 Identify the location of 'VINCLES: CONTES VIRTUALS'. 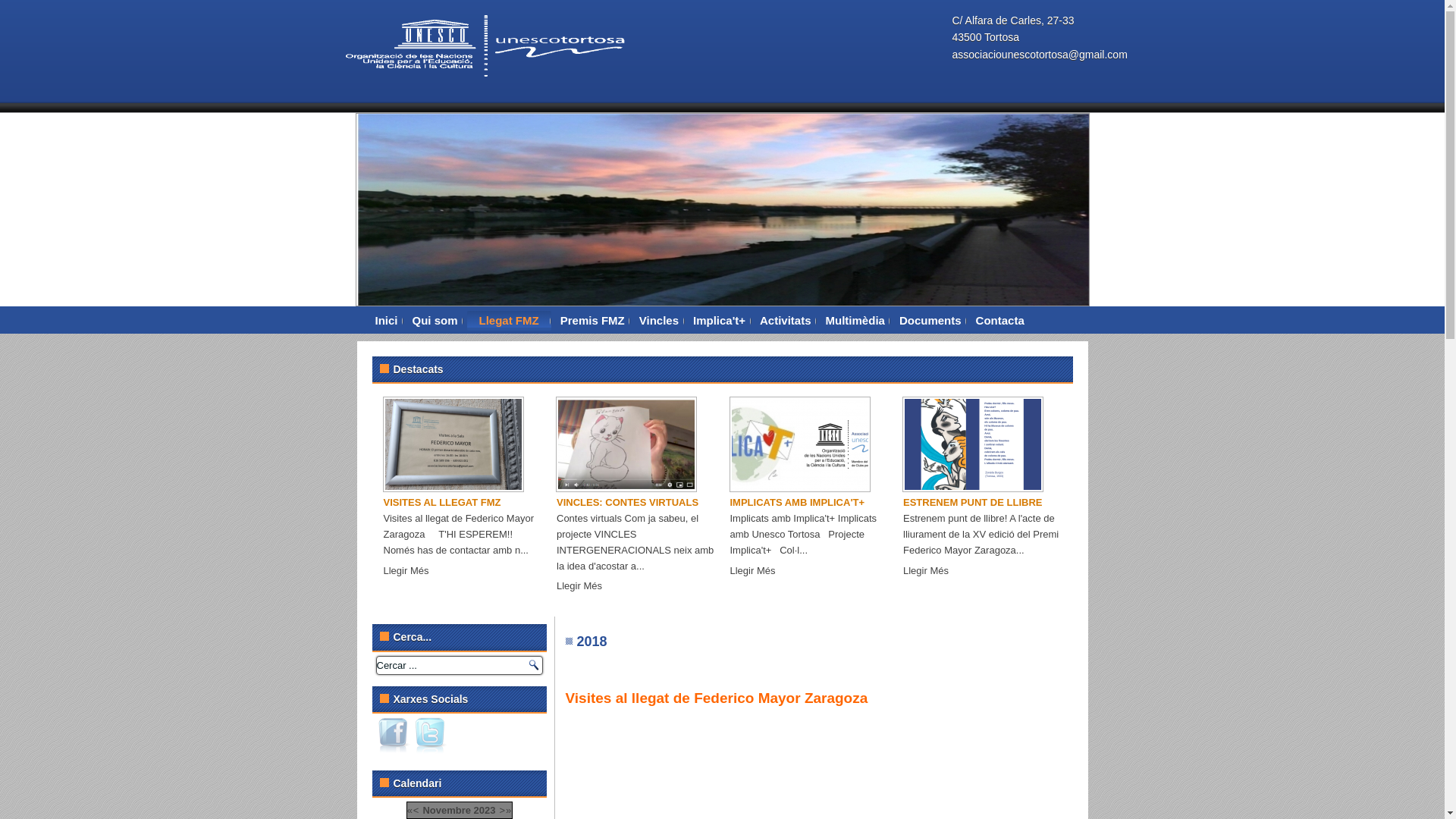
(556, 503).